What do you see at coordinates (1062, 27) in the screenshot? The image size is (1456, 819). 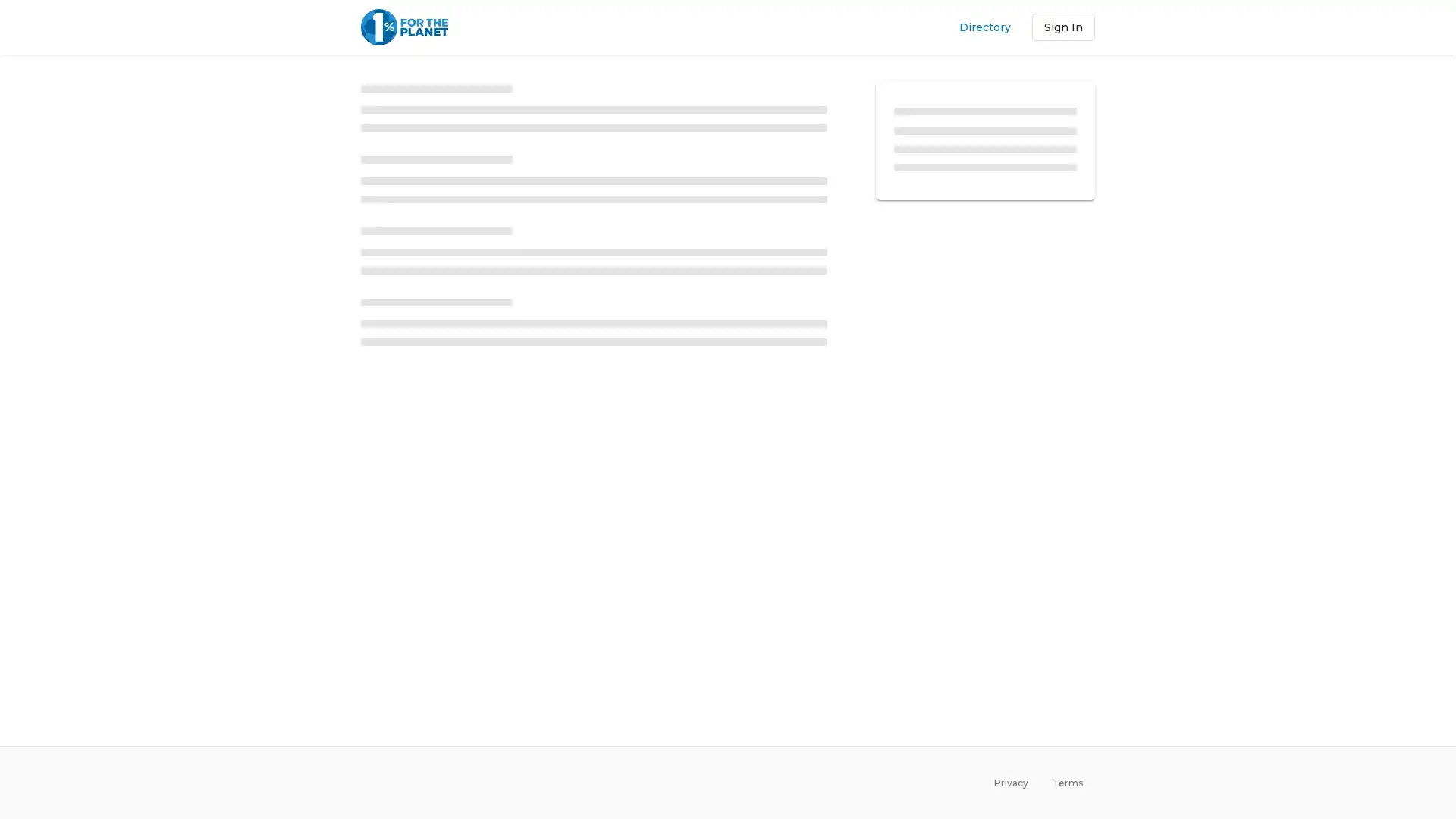 I see `Sign In` at bounding box center [1062, 27].